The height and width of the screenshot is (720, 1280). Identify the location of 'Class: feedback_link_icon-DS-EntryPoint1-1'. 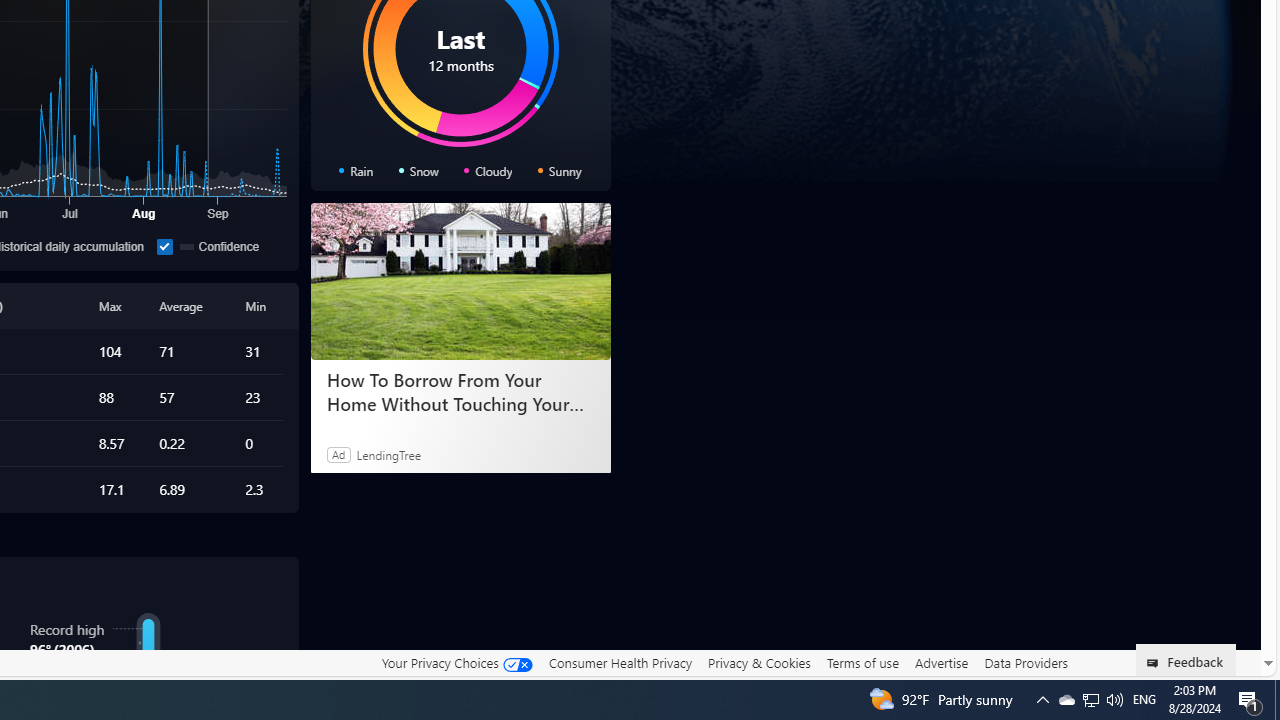
(1156, 663).